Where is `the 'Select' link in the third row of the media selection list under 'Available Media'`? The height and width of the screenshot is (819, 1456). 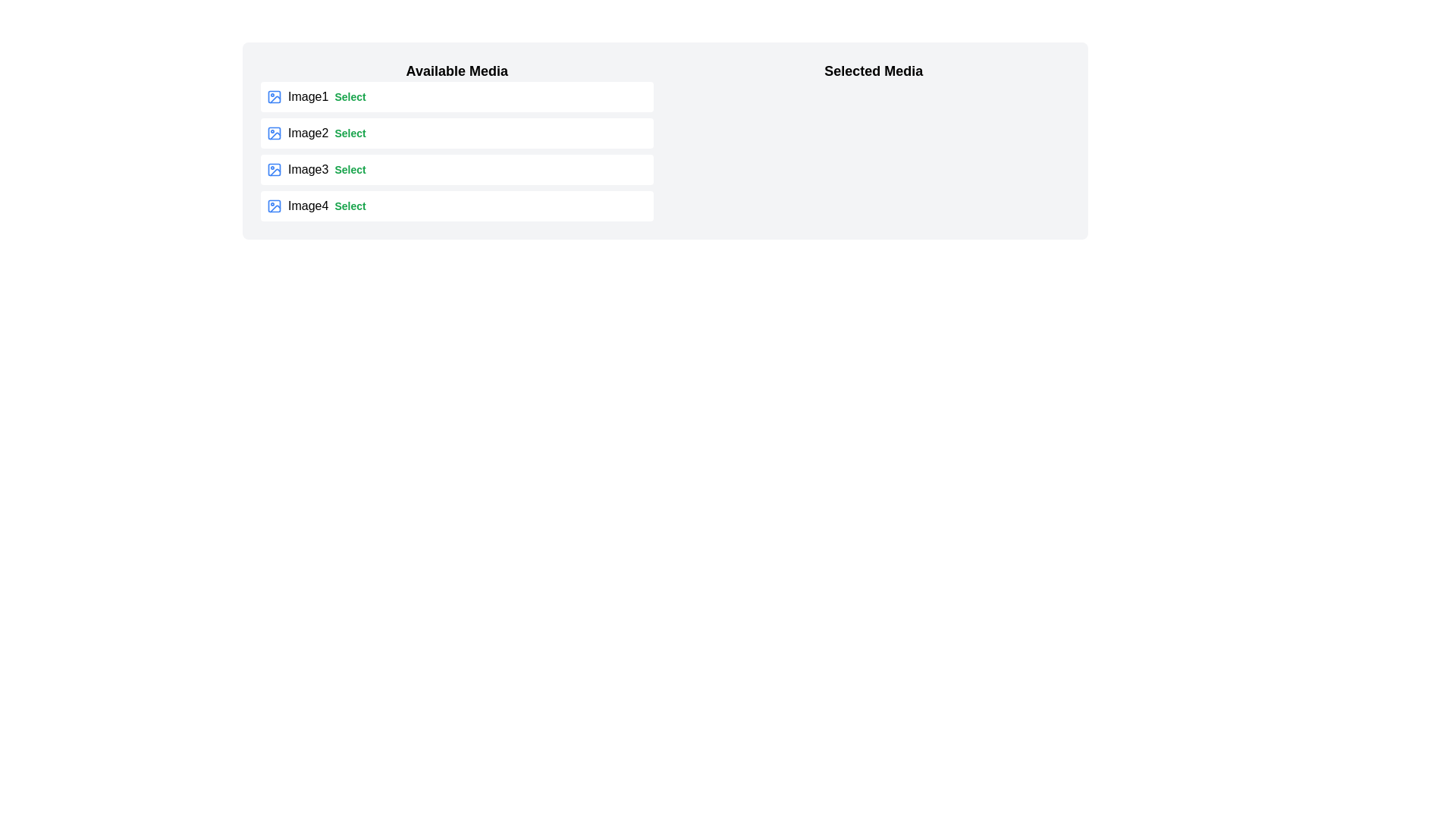
the 'Select' link in the third row of the media selection list under 'Available Media' is located at coordinates (456, 169).